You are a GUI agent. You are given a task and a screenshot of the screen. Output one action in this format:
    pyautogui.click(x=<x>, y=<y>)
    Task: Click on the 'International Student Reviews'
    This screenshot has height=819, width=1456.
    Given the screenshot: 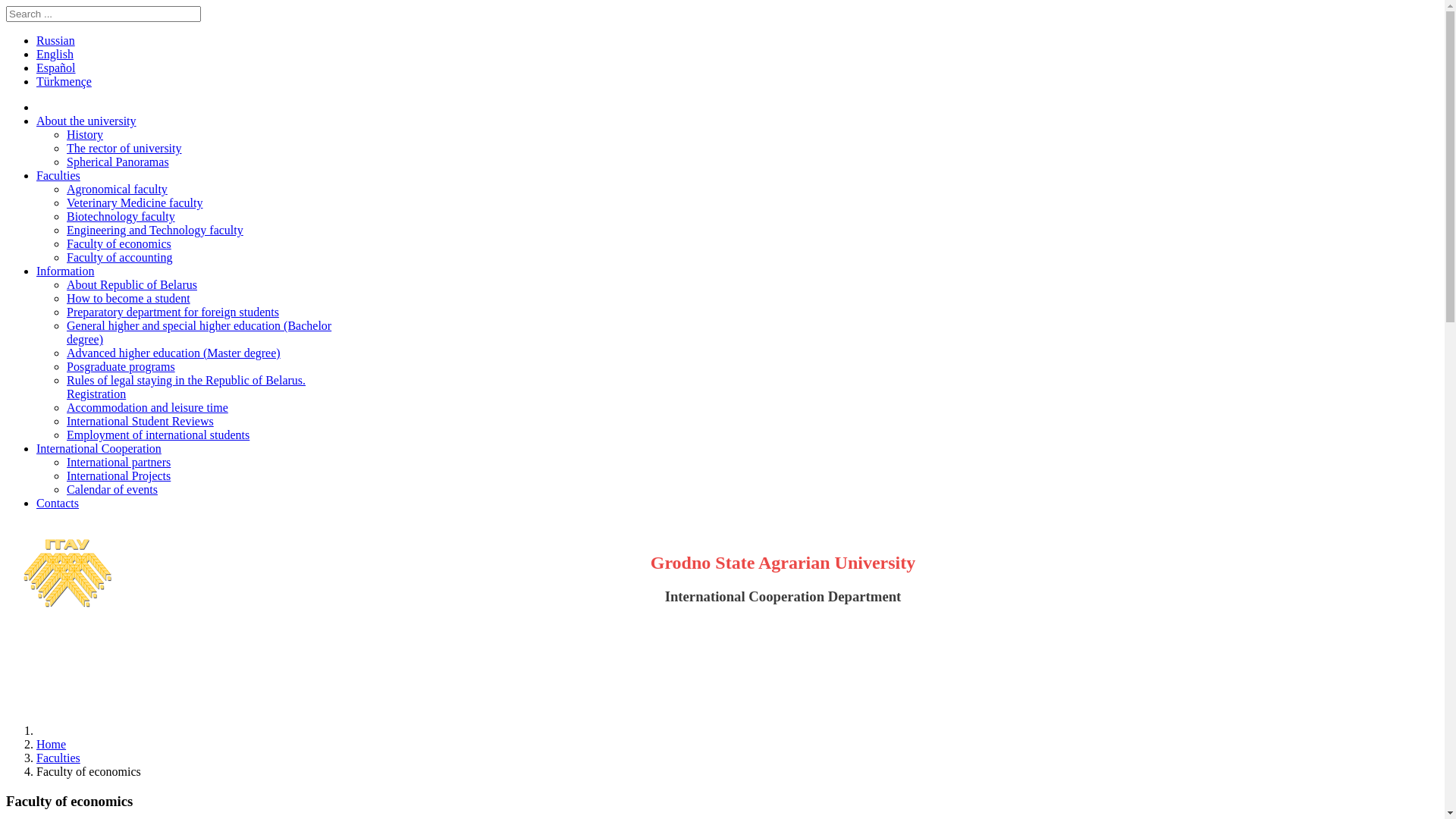 What is the action you would take?
    pyautogui.click(x=140, y=421)
    